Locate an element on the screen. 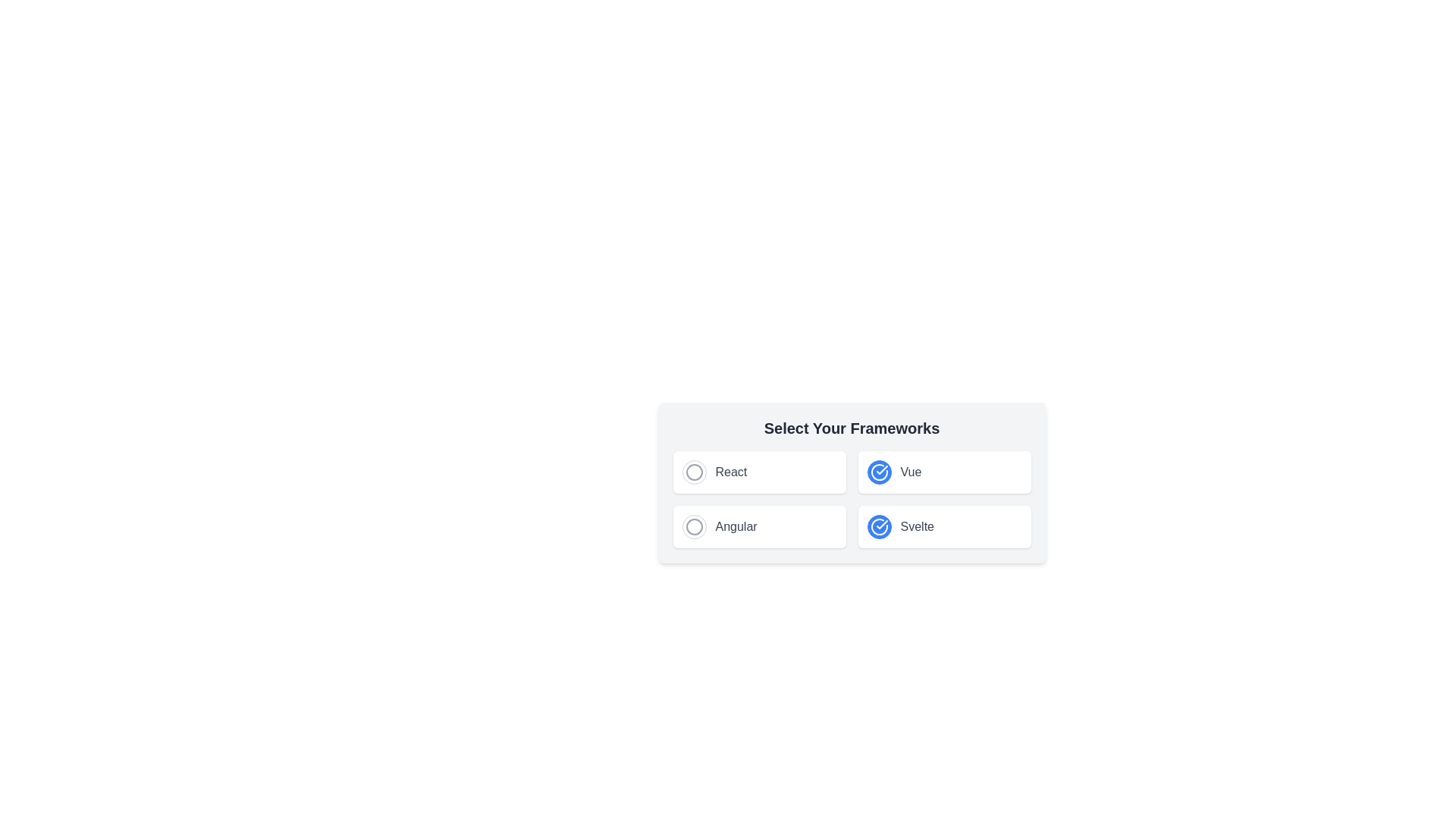 The image size is (1456, 819). the vector graphic checkmark icon within a circular icon located at the bottom right of the 'Vue' button in the 'Select Your Frameworks' interface is located at coordinates (881, 523).